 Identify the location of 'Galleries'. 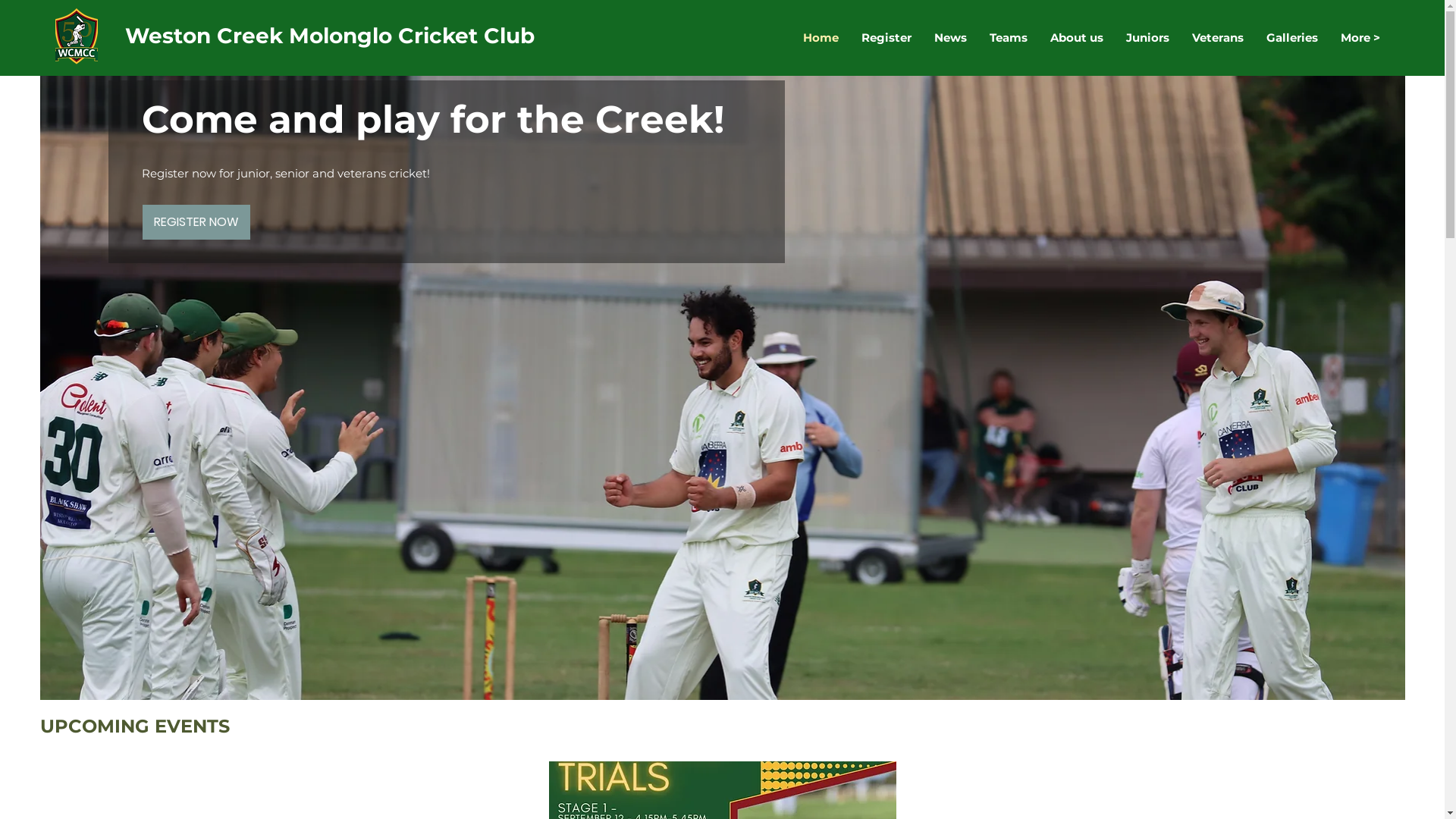
(1291, 37).